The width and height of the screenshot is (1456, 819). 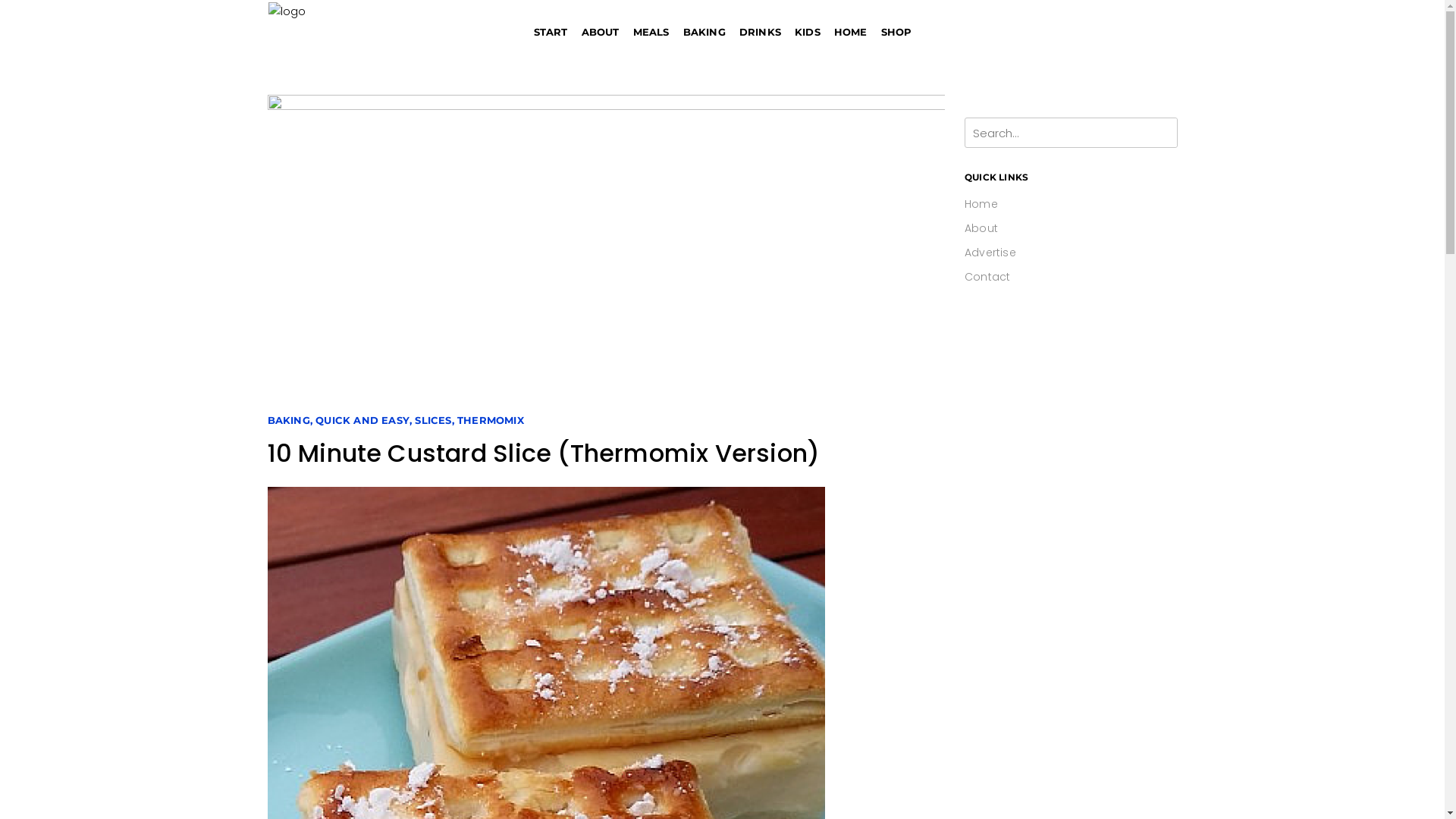 What do you see at coordinates (964, 227) in the screenshot?
I see `'About'` at bounding box center [964, 227].